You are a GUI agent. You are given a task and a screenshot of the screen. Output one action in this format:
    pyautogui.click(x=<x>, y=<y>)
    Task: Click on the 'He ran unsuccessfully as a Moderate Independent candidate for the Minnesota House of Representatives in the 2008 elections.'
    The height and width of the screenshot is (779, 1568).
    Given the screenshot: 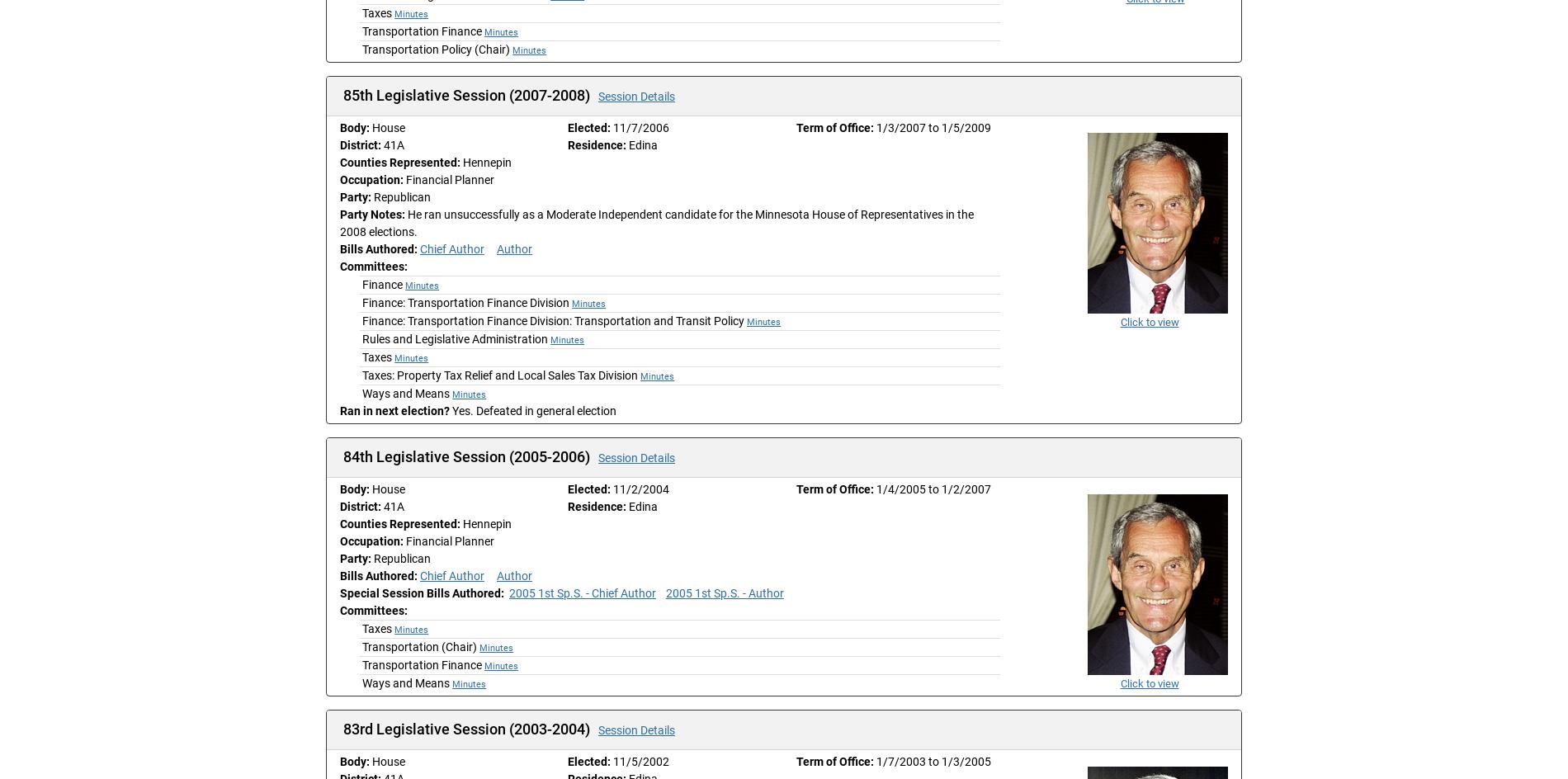 What is the action you would take?
    pyautogui.click(x=655, y=223)
    